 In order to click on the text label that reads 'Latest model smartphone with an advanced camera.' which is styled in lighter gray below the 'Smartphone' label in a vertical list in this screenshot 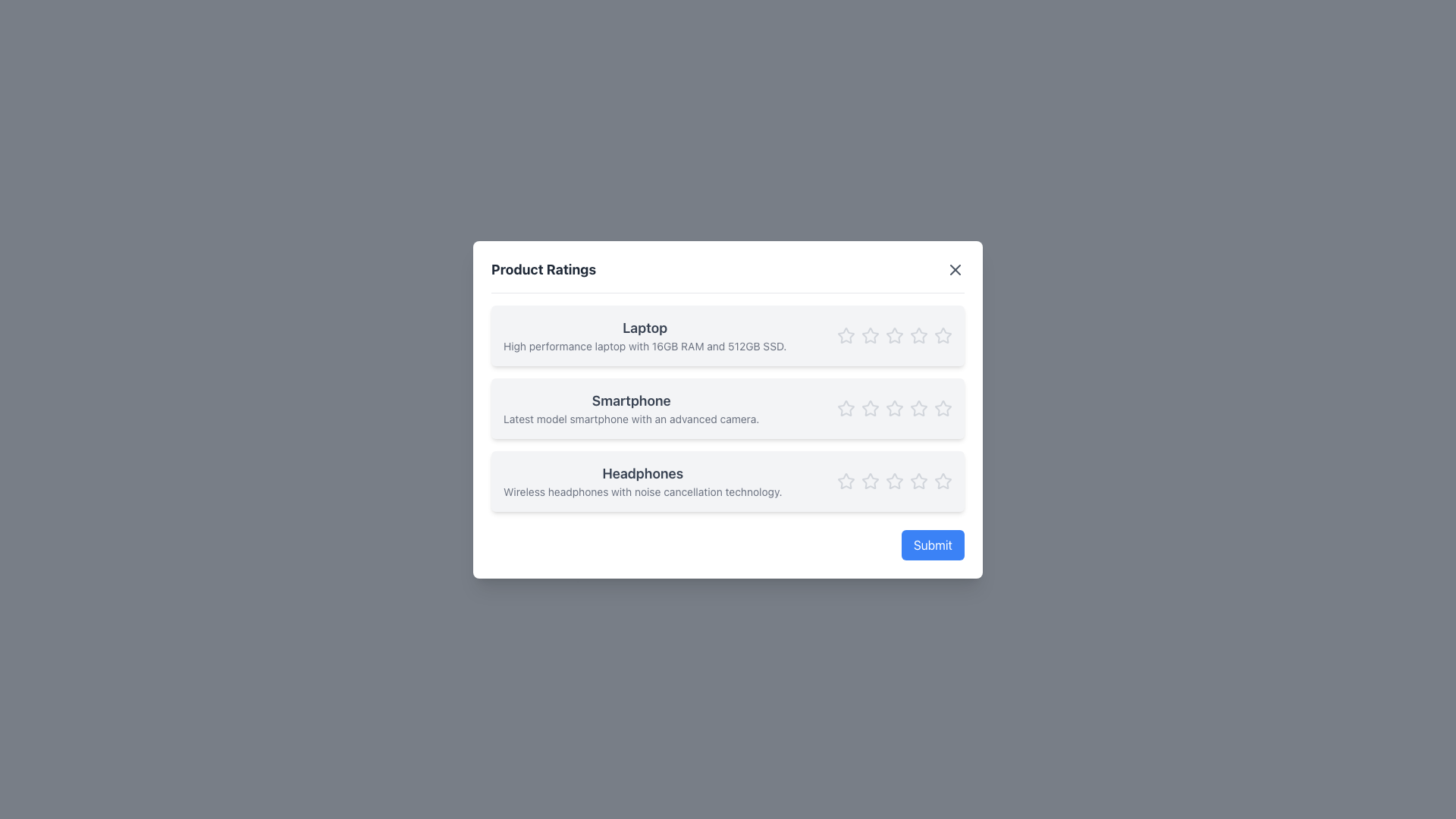, I will do `click(631, 419)`.